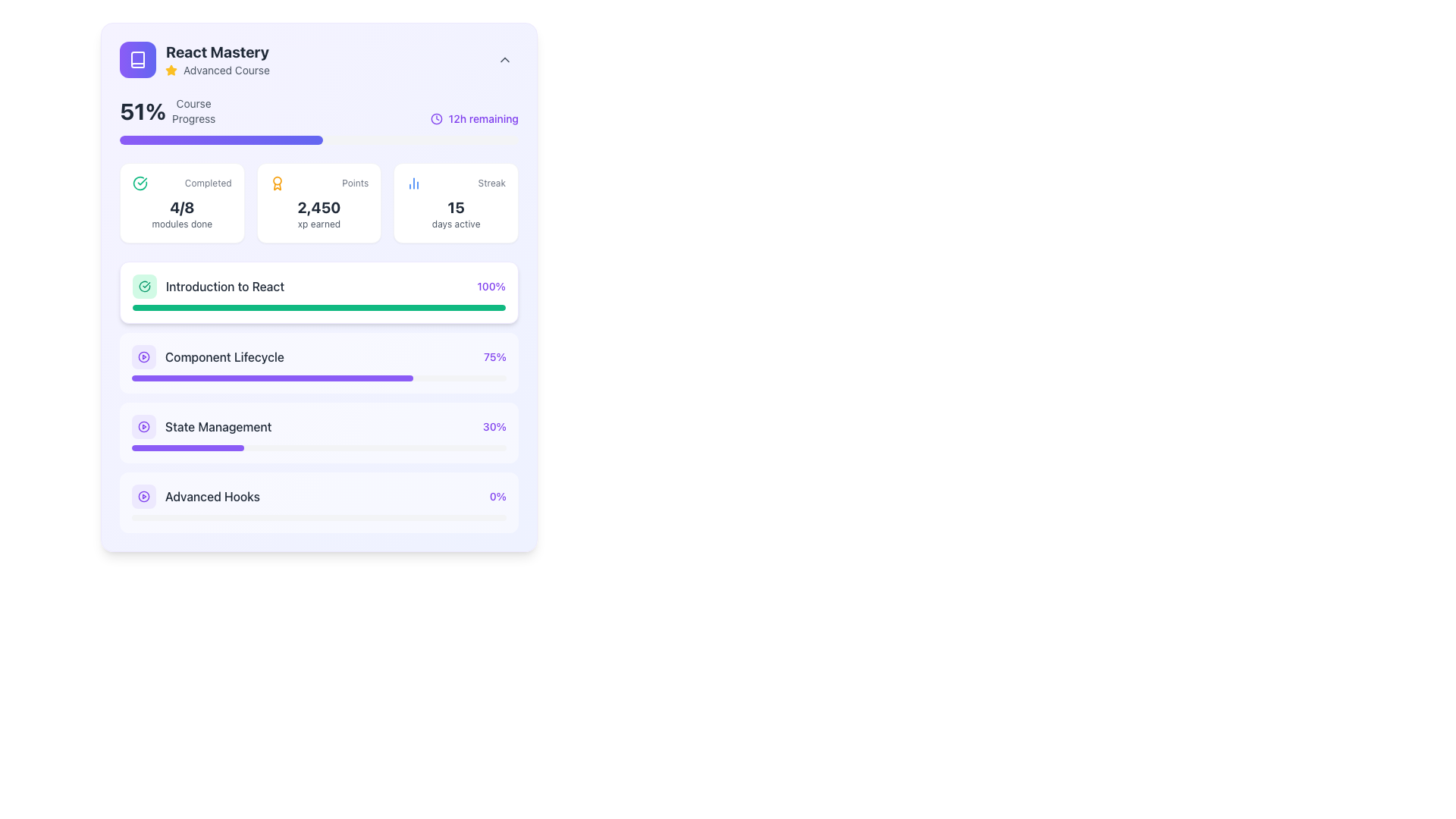 This screenshot has height=819, width=1456. What do you see at coordinates (354, 183) in the screenshot?
I see `the static text label that reads 'Points', which is styled in a small gray font and located to the right of a golden award icon` at bounding box center [354, 183].